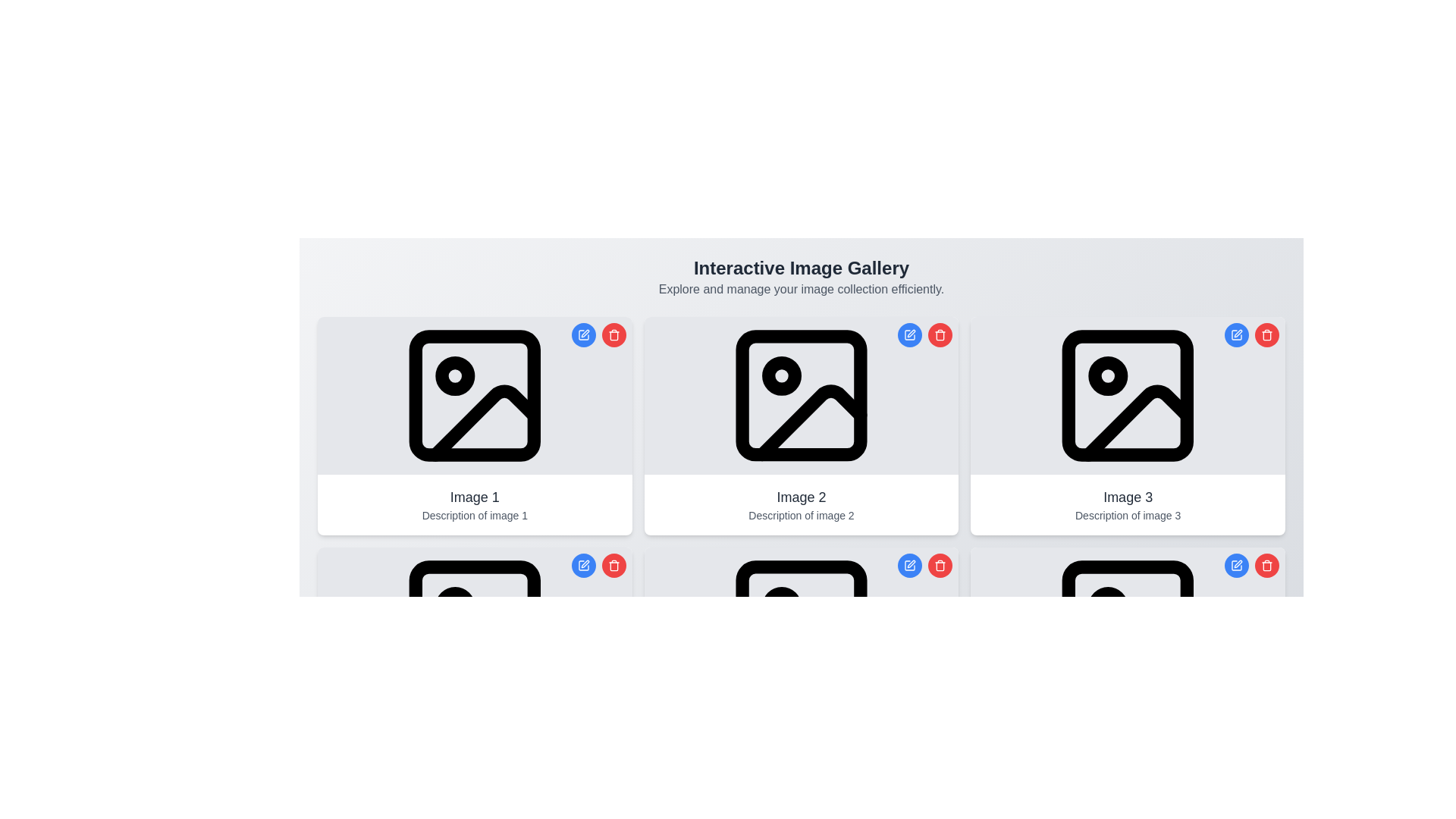 This screenshot has width=1456, height=819. Describe the element at coordinates (1266, 565) in the screenshot. I see `the red circular button with a white trash can graphic located in the top-right corner of the image block labeled 'Image 3'` at that location.